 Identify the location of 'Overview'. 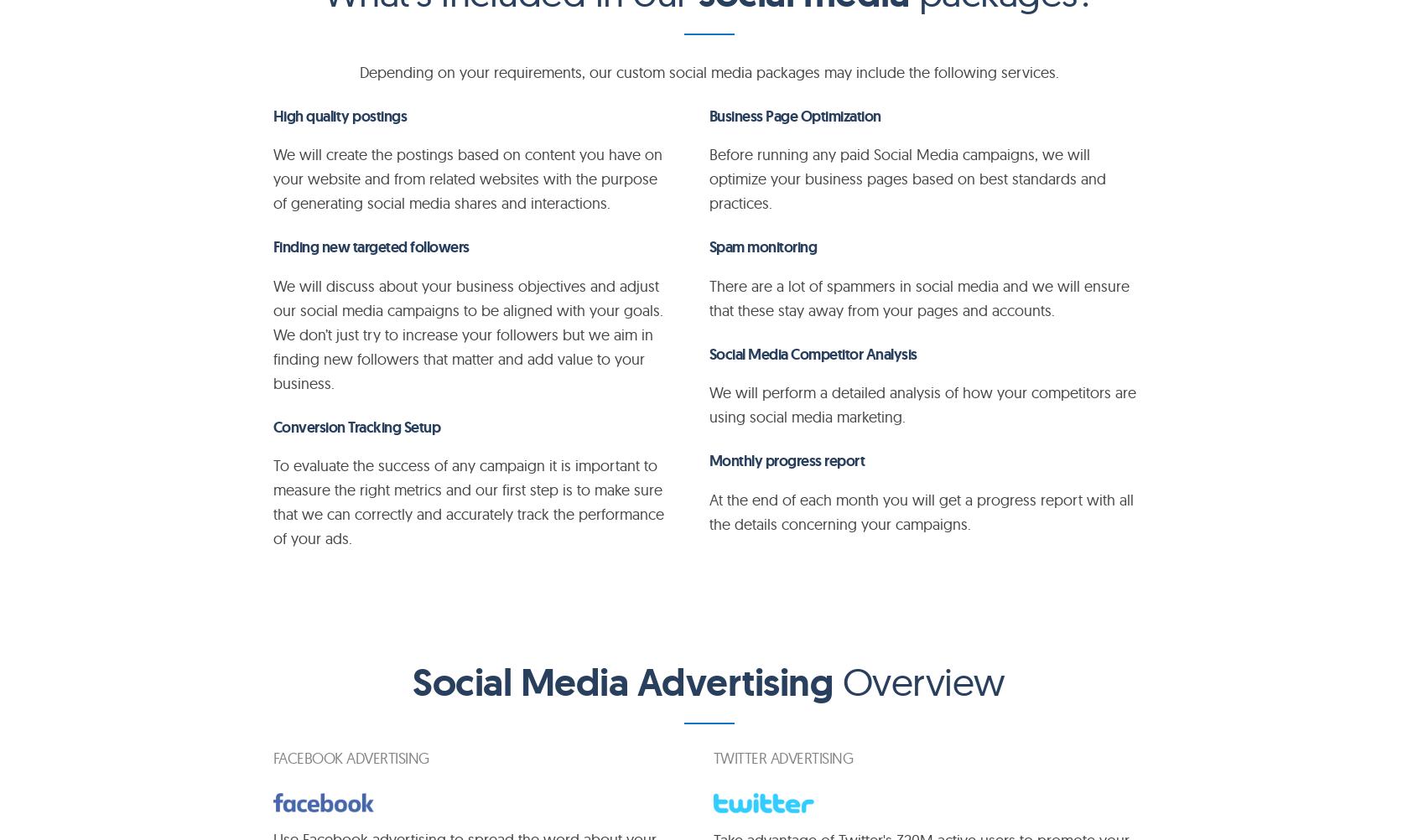
(917, 681).